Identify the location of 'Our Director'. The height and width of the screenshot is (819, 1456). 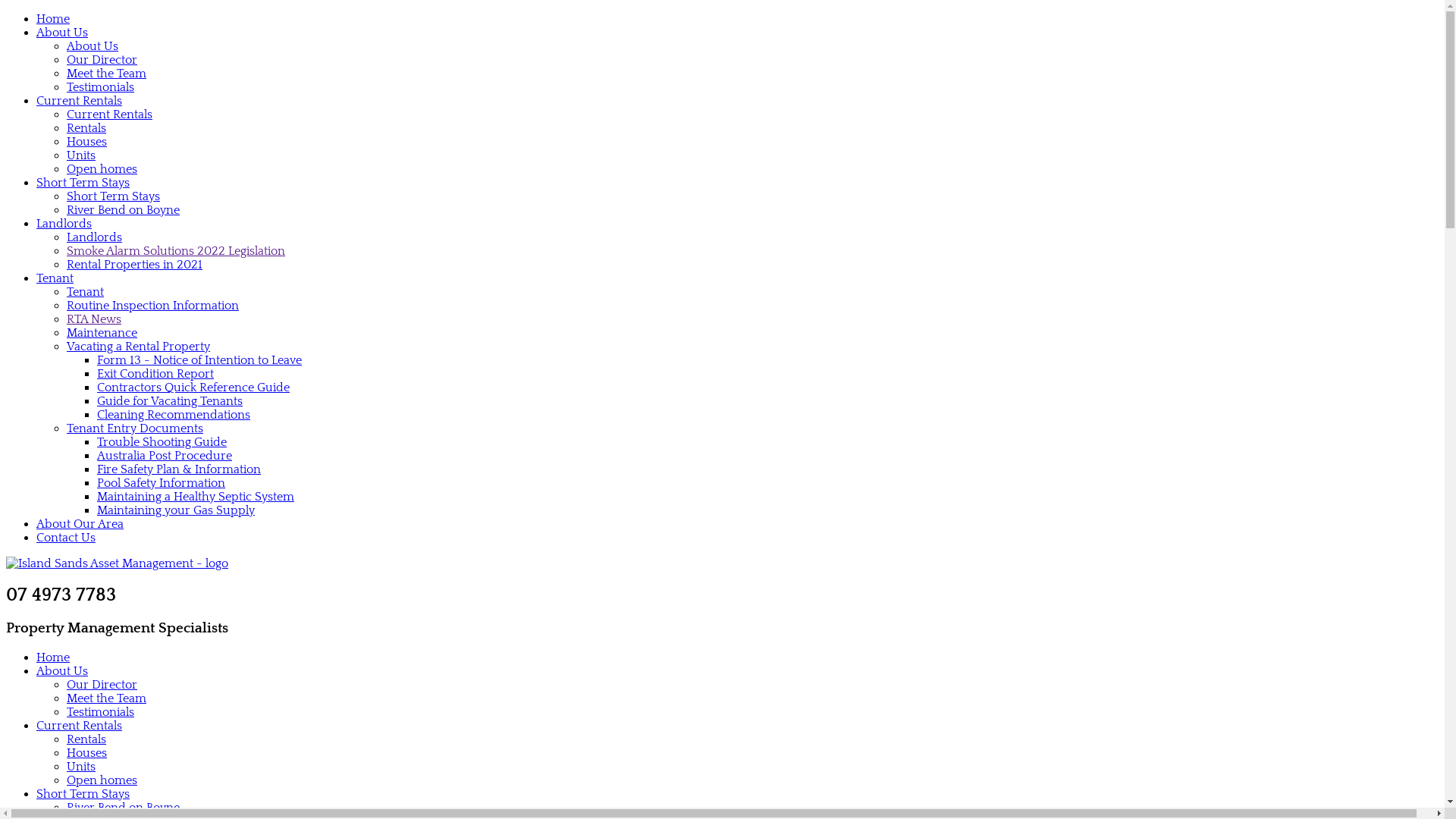
(101, 684).